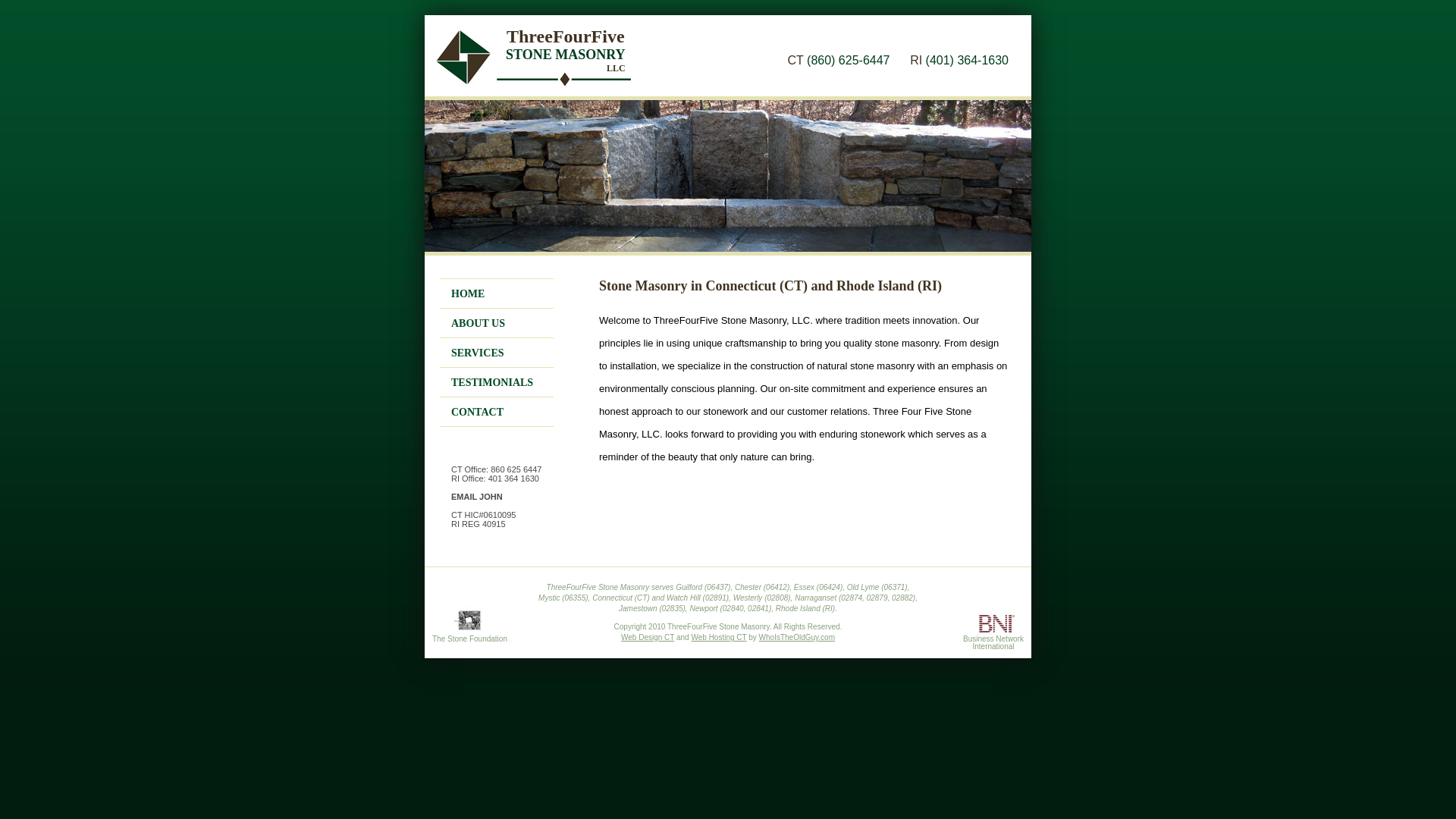 Image resolution: width=1456 pixels, height=819 pixels. Describe the element at coordinates (479, 412) in the screenshot. I see `'CONTACT'` at that location.